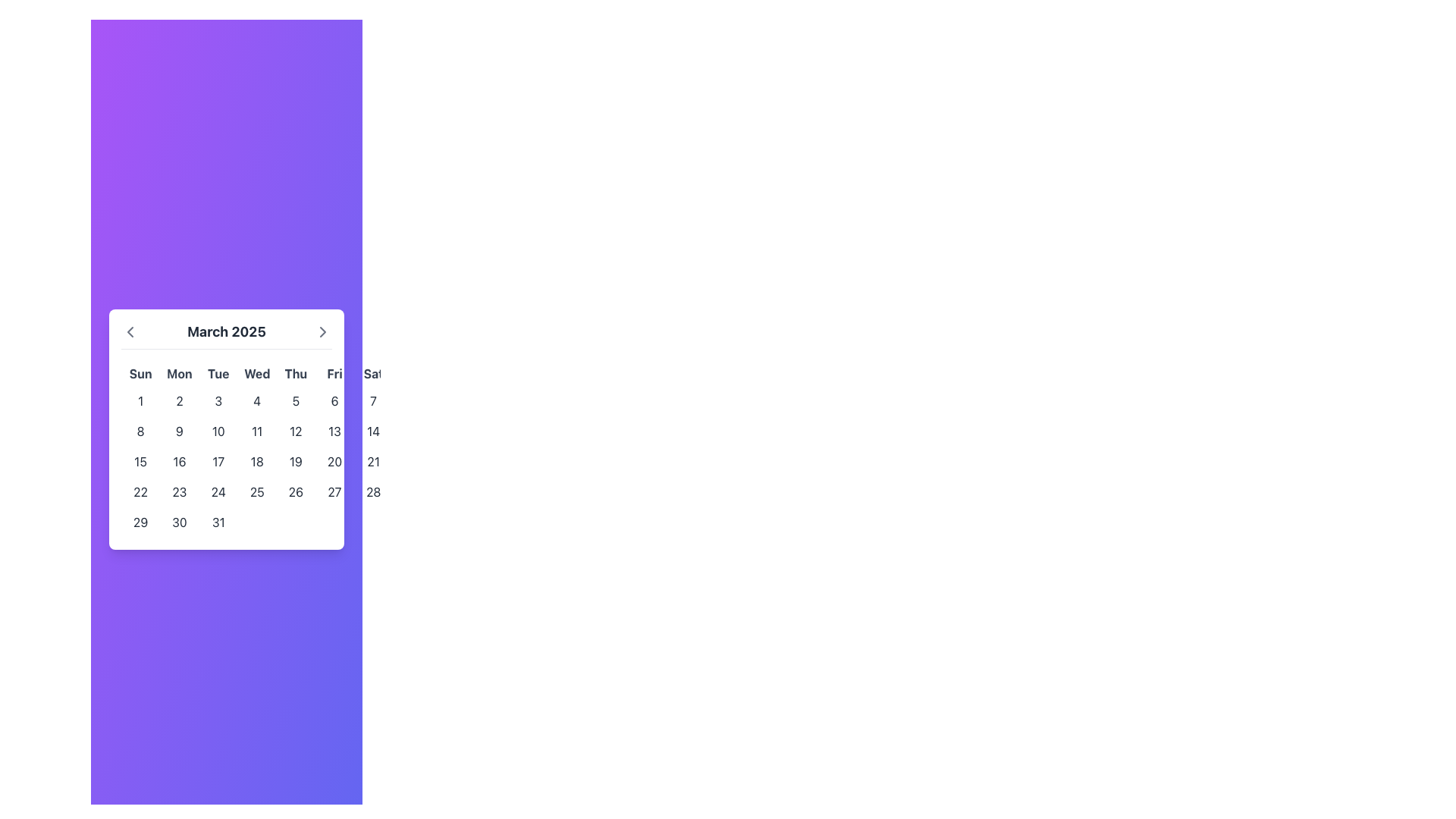 This screenshot has height=819, width=1456. What do you see at coordinates (140, 431) in the screenshot?
I see `the text label displaying '8' in the first row of the calendar grid, aligned under the 'Sun' header` at bounding box center [140, 431].